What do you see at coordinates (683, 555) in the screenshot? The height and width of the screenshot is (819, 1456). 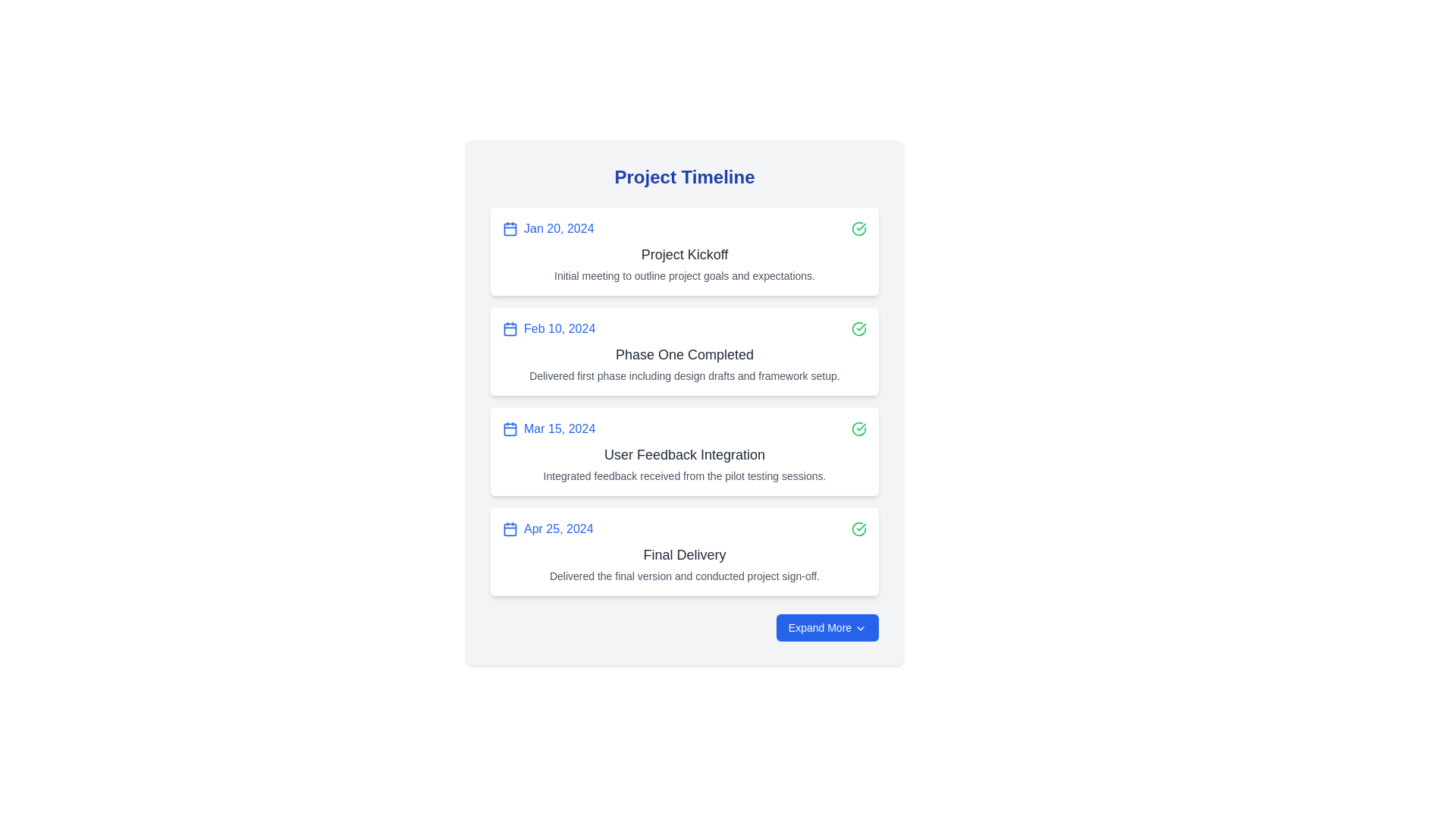 I see `text contents of the static text component displaying 'Final Delivery', which is styled in bold dark gray and located beneath the date 'Apr 25, 2024'` at bounding box center [683, 555].